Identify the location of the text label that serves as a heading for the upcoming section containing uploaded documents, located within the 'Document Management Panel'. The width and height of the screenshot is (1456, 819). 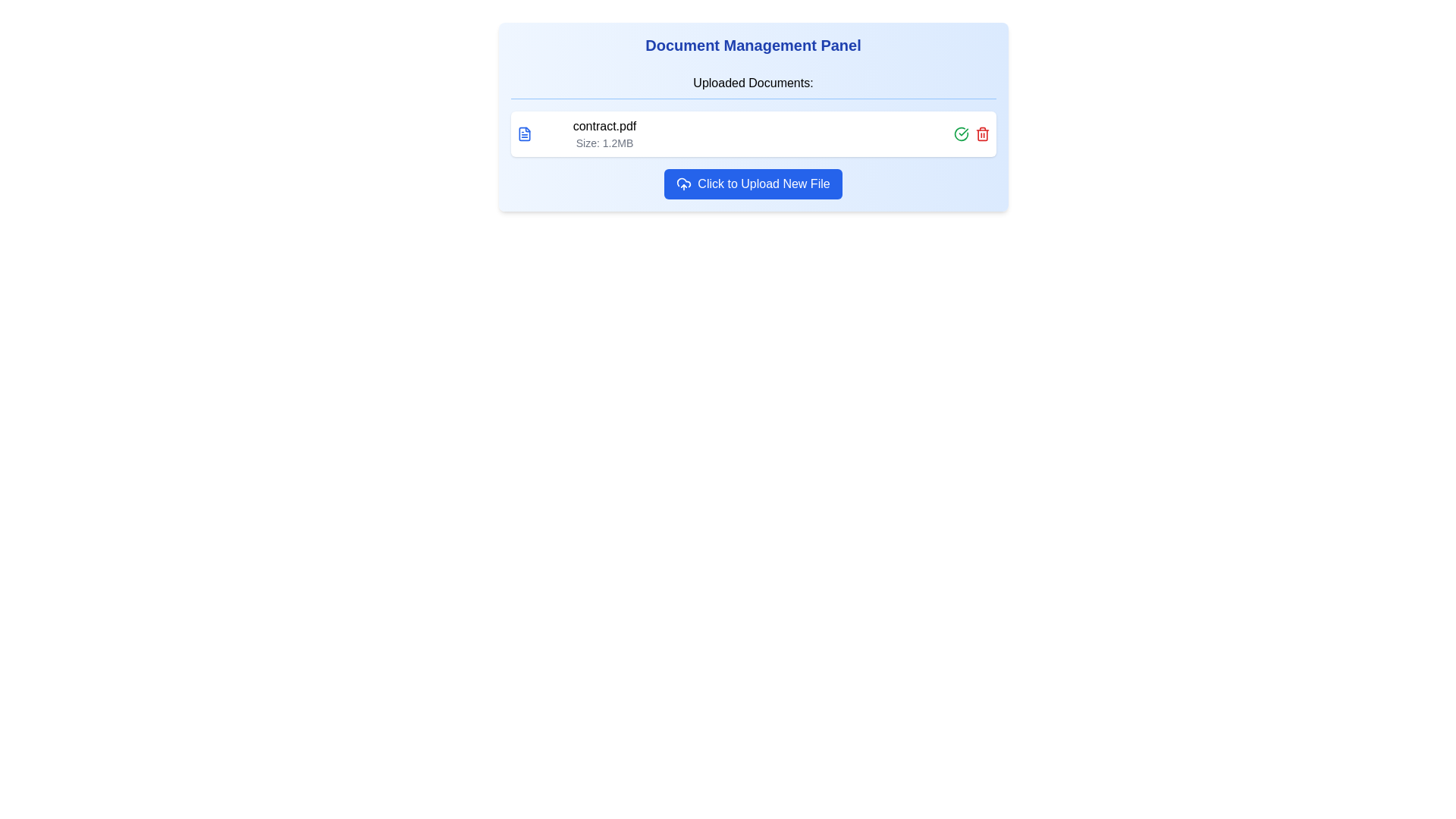
(753, 83).